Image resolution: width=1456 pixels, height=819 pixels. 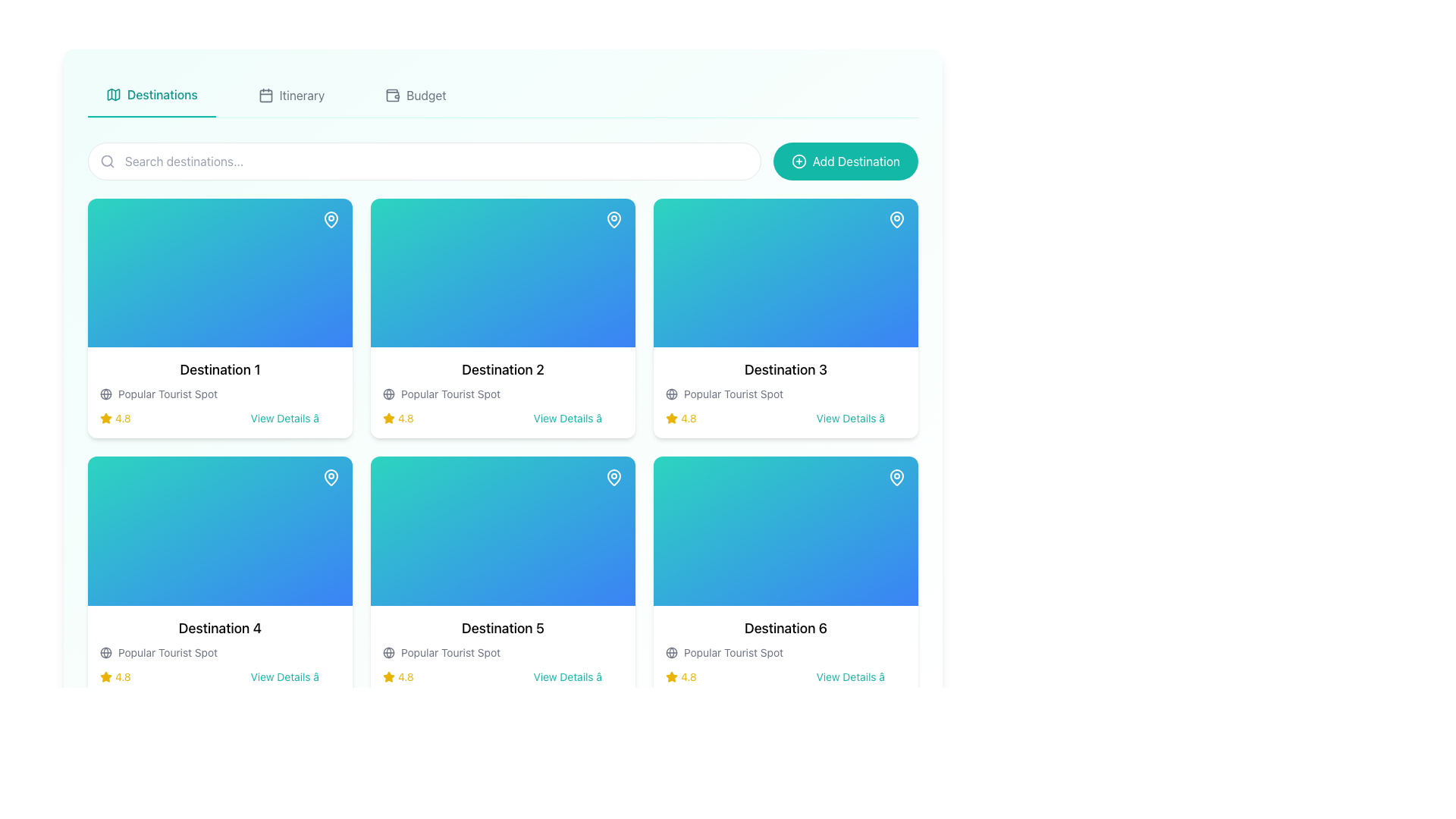 I want to click on title text located at the topmost position of the fourth card in the second row of a 3x2 grid layout, which serves as a descriptive label for the card's information, so click(x=219, y=628).